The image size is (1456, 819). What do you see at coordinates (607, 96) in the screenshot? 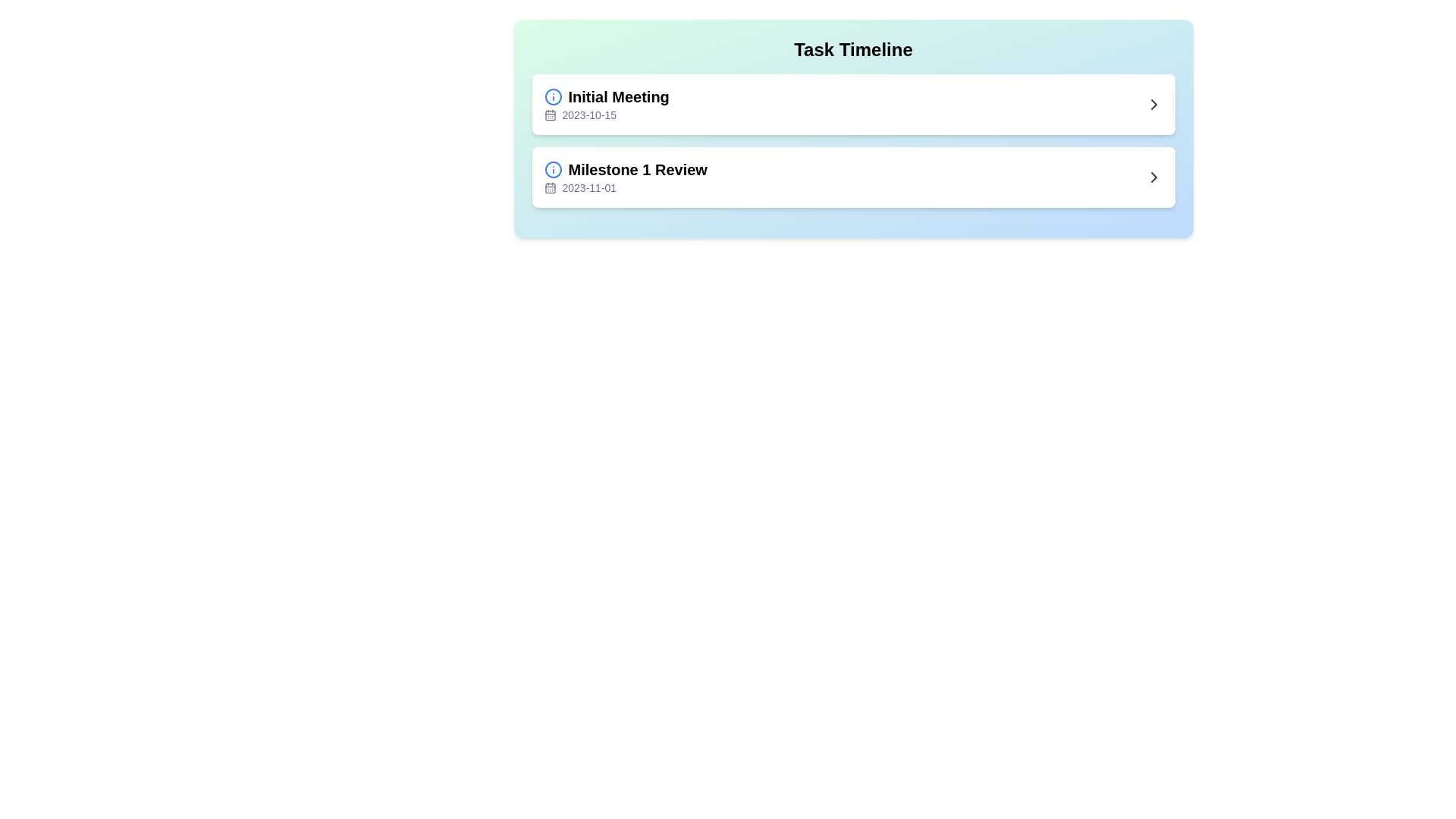
I see `the text label that serves as the title for a specific timeline item or event for accessibility navigation` at bounding box center [607, 96].